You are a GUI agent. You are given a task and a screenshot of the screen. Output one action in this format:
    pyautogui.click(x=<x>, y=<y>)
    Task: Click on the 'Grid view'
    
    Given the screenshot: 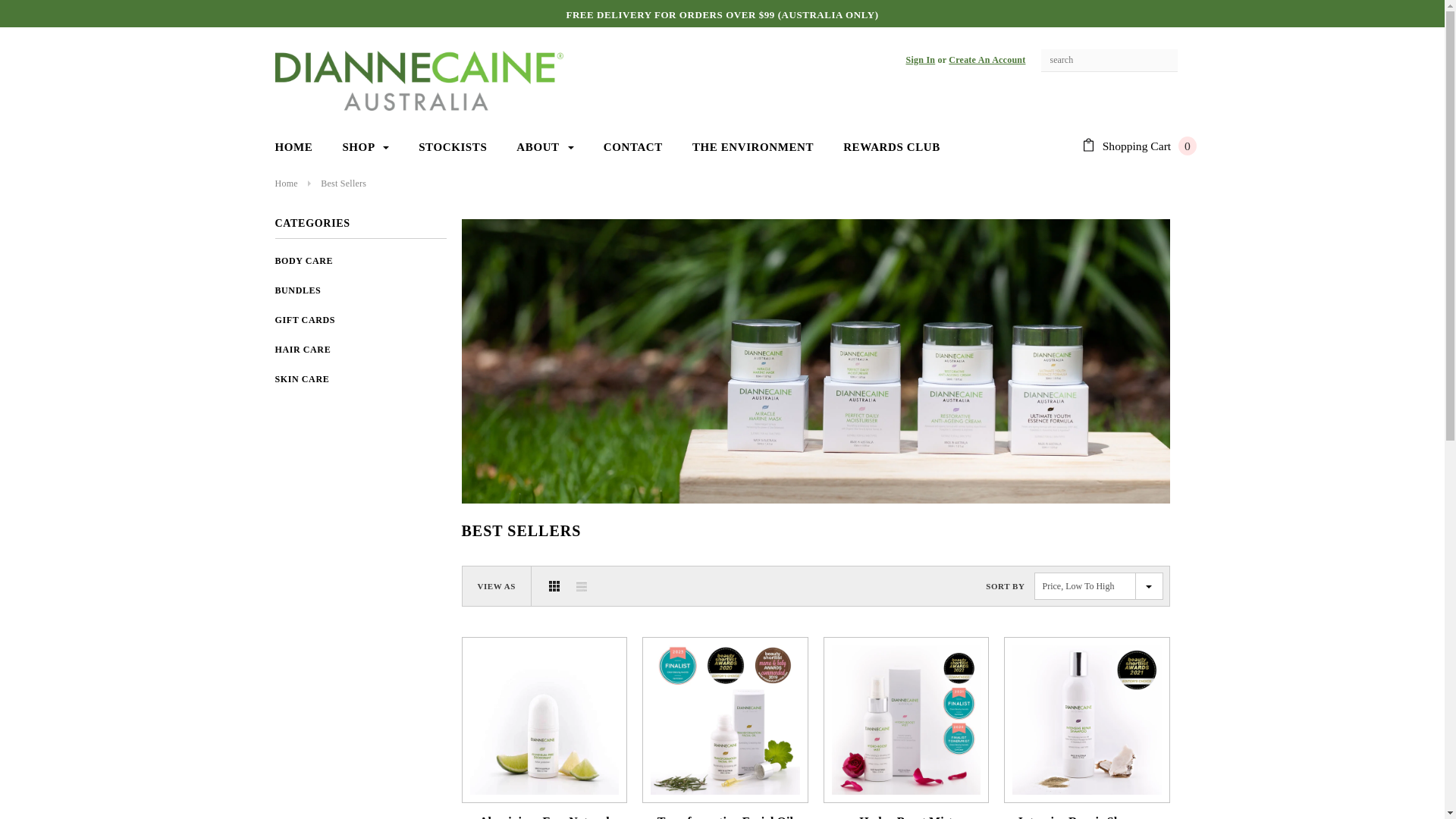 What is the action you would take?
    pyautogui.click(x=553, y=585)
    